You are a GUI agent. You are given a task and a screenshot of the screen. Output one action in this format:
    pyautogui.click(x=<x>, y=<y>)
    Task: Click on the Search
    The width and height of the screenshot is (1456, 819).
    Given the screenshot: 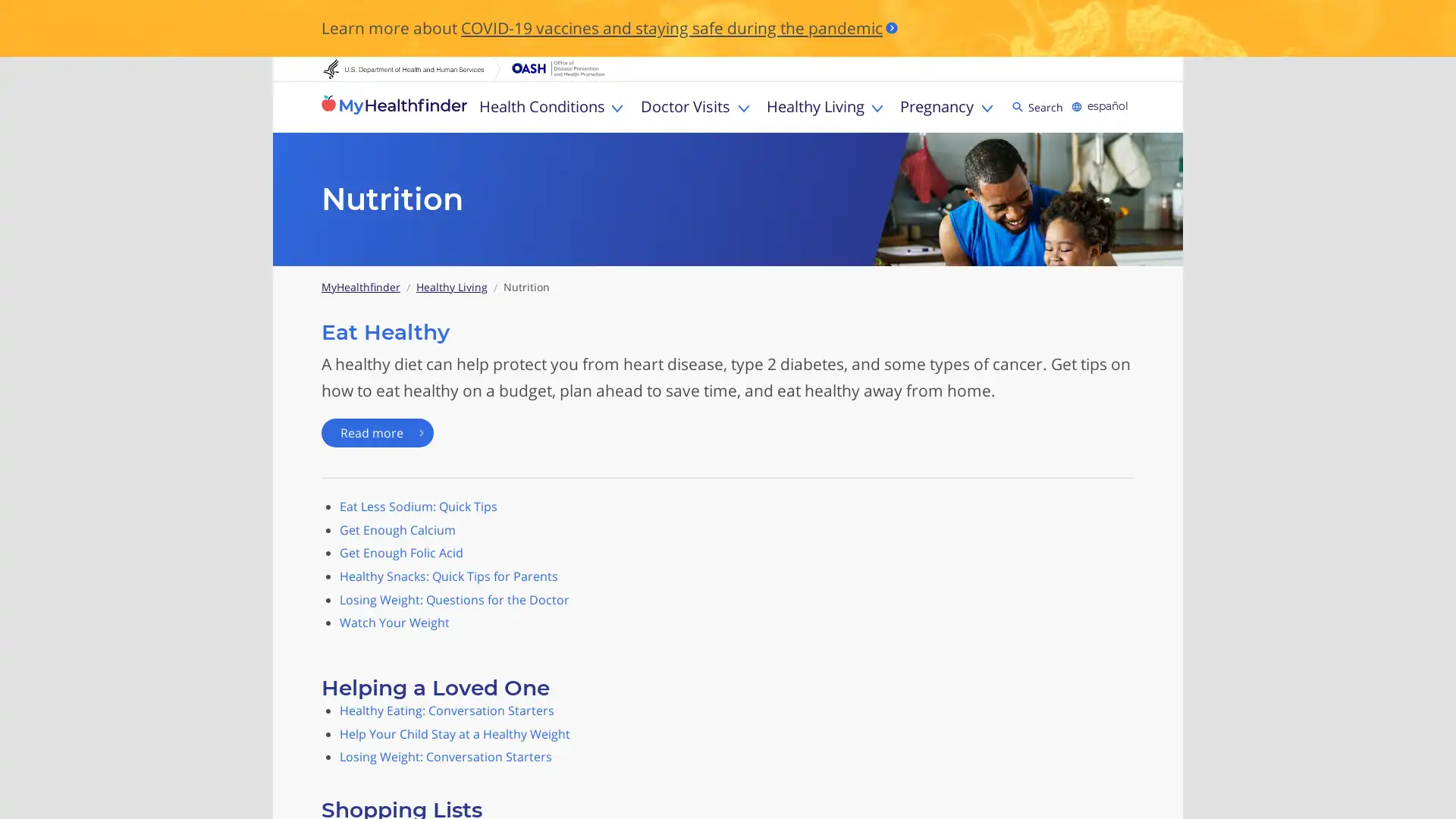 What is the action you would take?
    pyautogui.click(x=1039, y=105)
    